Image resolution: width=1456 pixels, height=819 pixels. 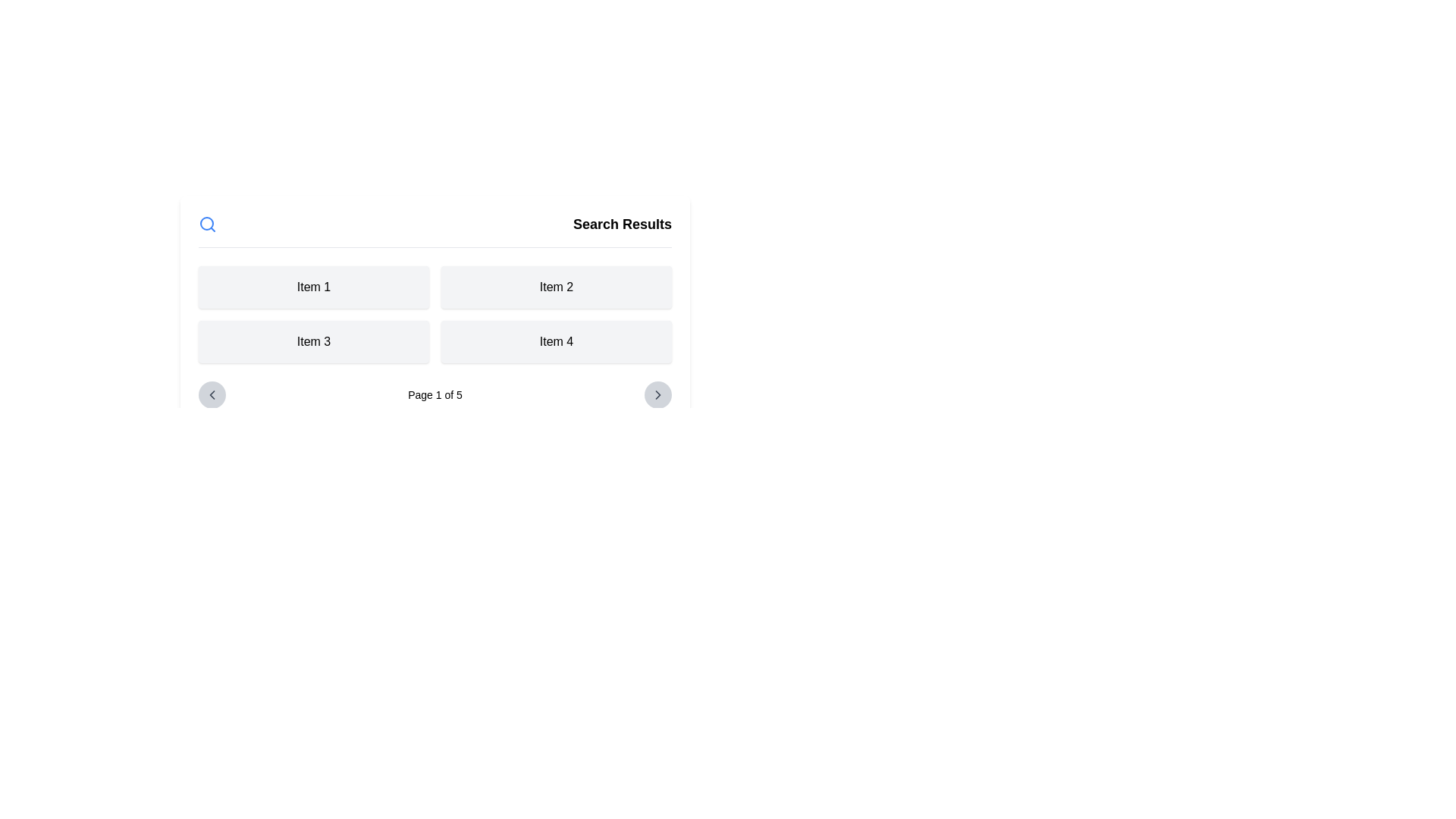 What do you see at coordinates (658, 394) in the screenshot?
I see `the next-page button, which is a circular button with a gray background and a right-pointing arrow, located in the lower right corner of the interface` at bounding box center [658, 394].